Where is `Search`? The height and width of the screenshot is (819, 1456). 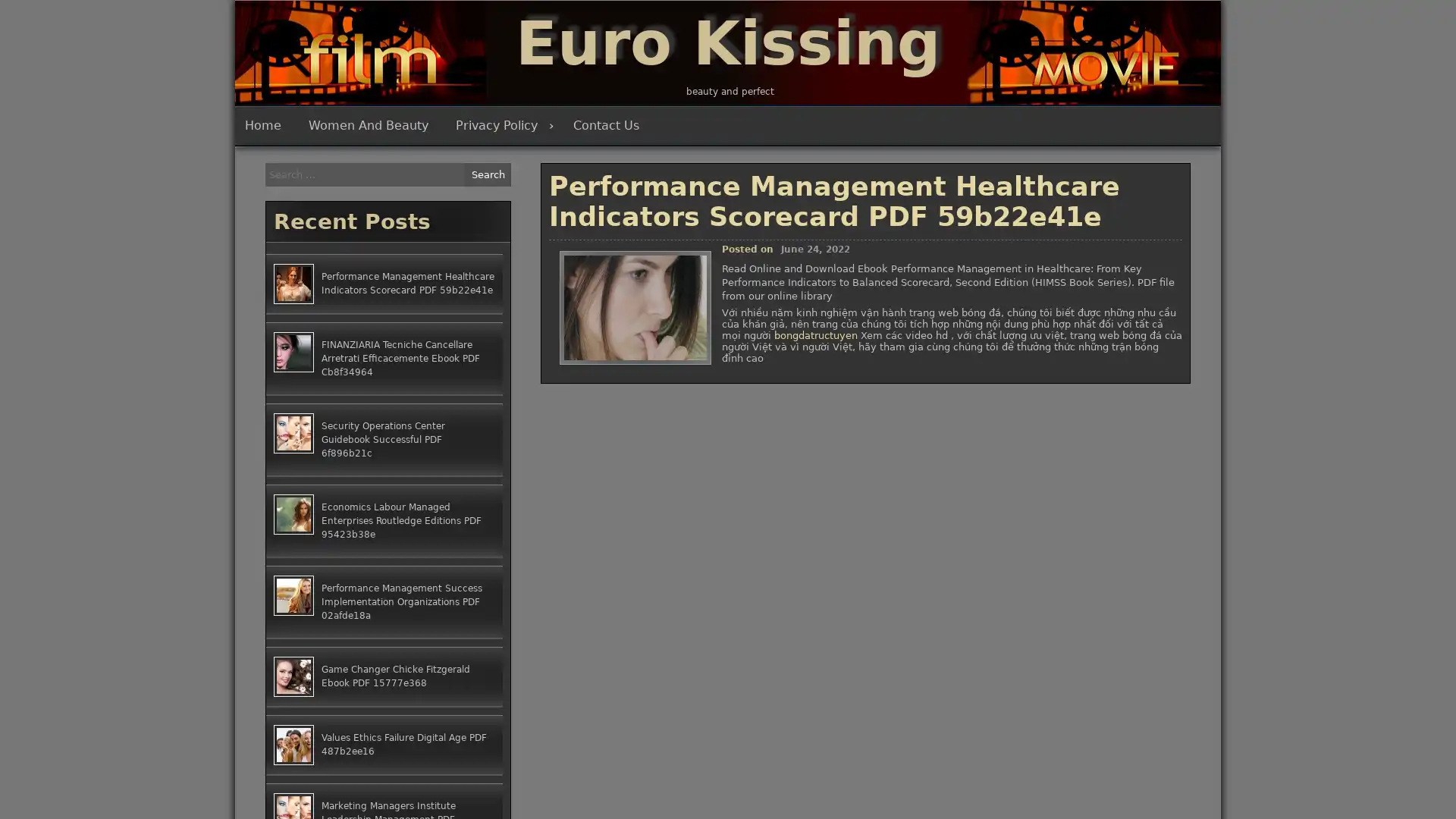 Search is located at coordinates (488, 174).